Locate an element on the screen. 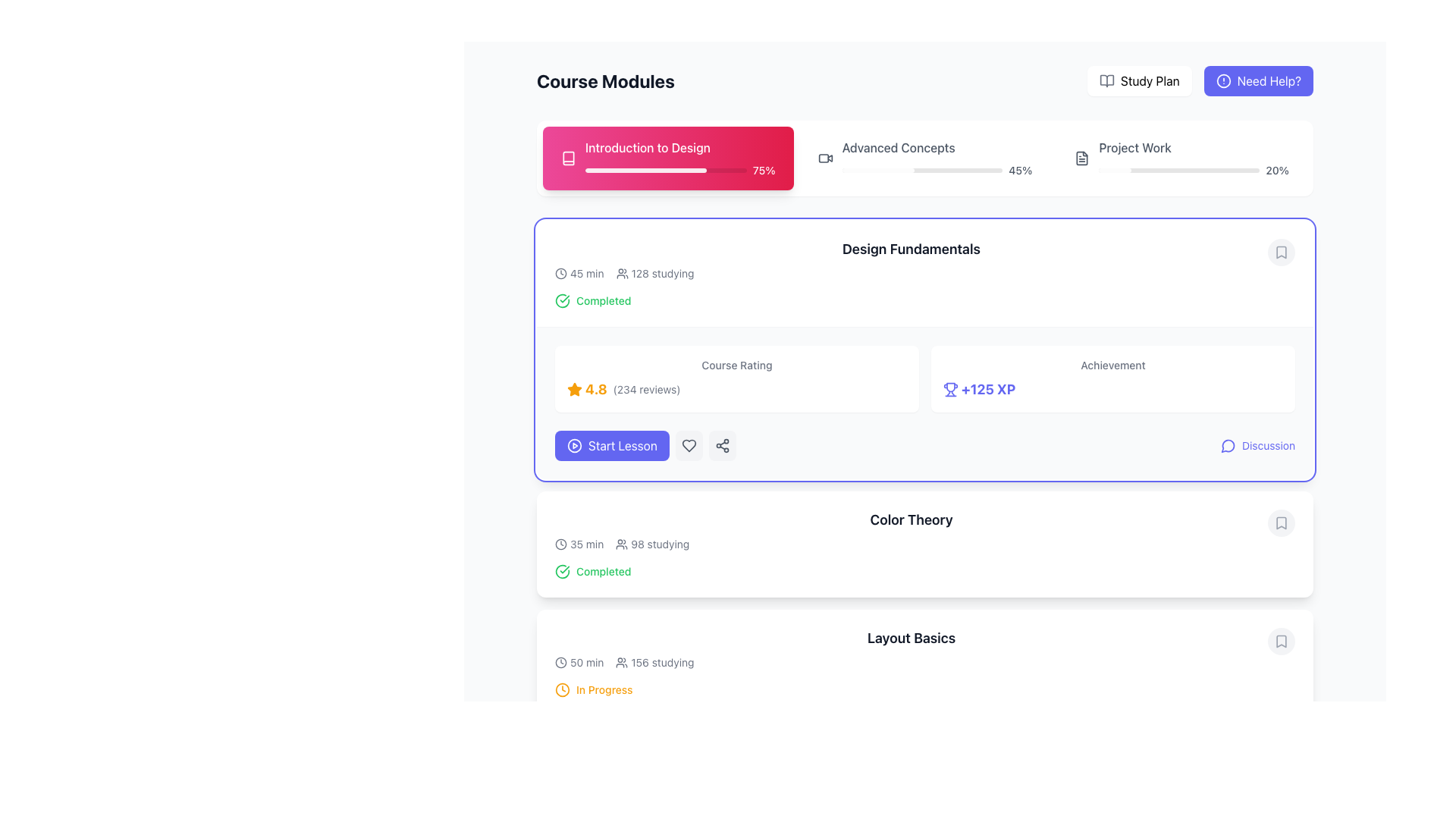 The height and width of the screenshot is (819, 1456). the text label indicating the current status of the course section, which is located at the bottom of the page in the 'Layout Basics' section, positioned at the far right alongside a clock icon is located at coordinates (604, 690).